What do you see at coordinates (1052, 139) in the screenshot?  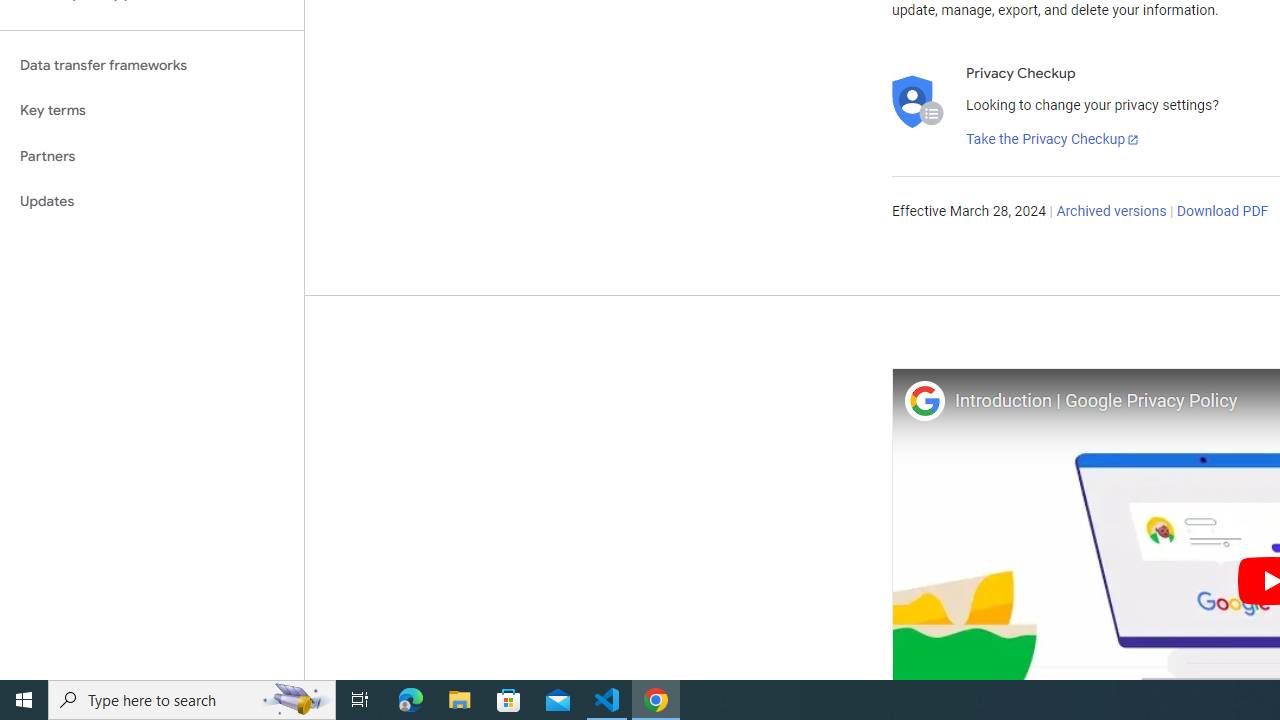 I see `'Take the Privacy Checkup'` at bounding box center [1052, 139].